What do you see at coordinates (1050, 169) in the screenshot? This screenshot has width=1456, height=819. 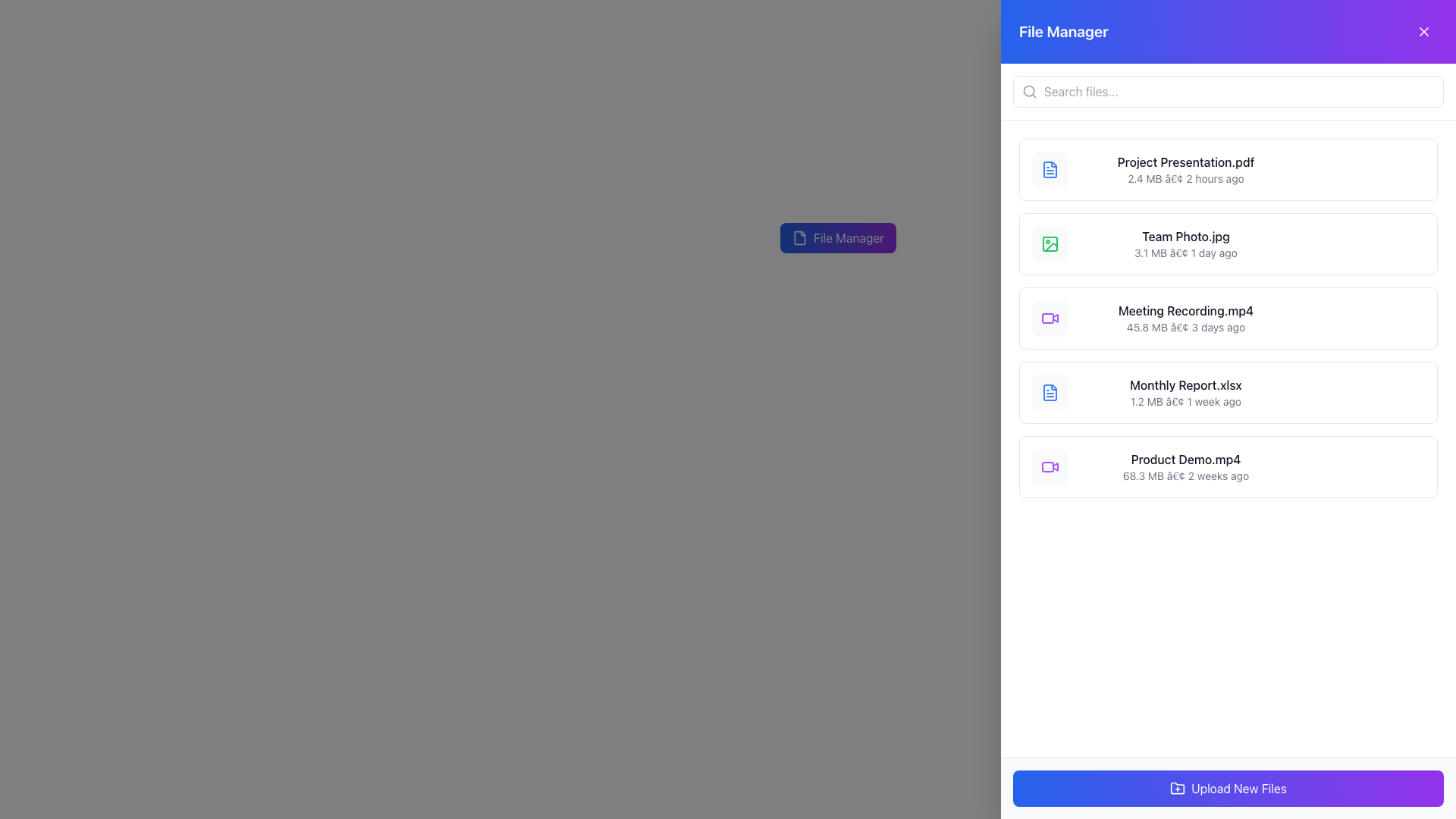 I see `the file icon located at the top-left region of the file manager interface's list item, which serves as a visual representation of a file` at bounding box center [1050, 169].